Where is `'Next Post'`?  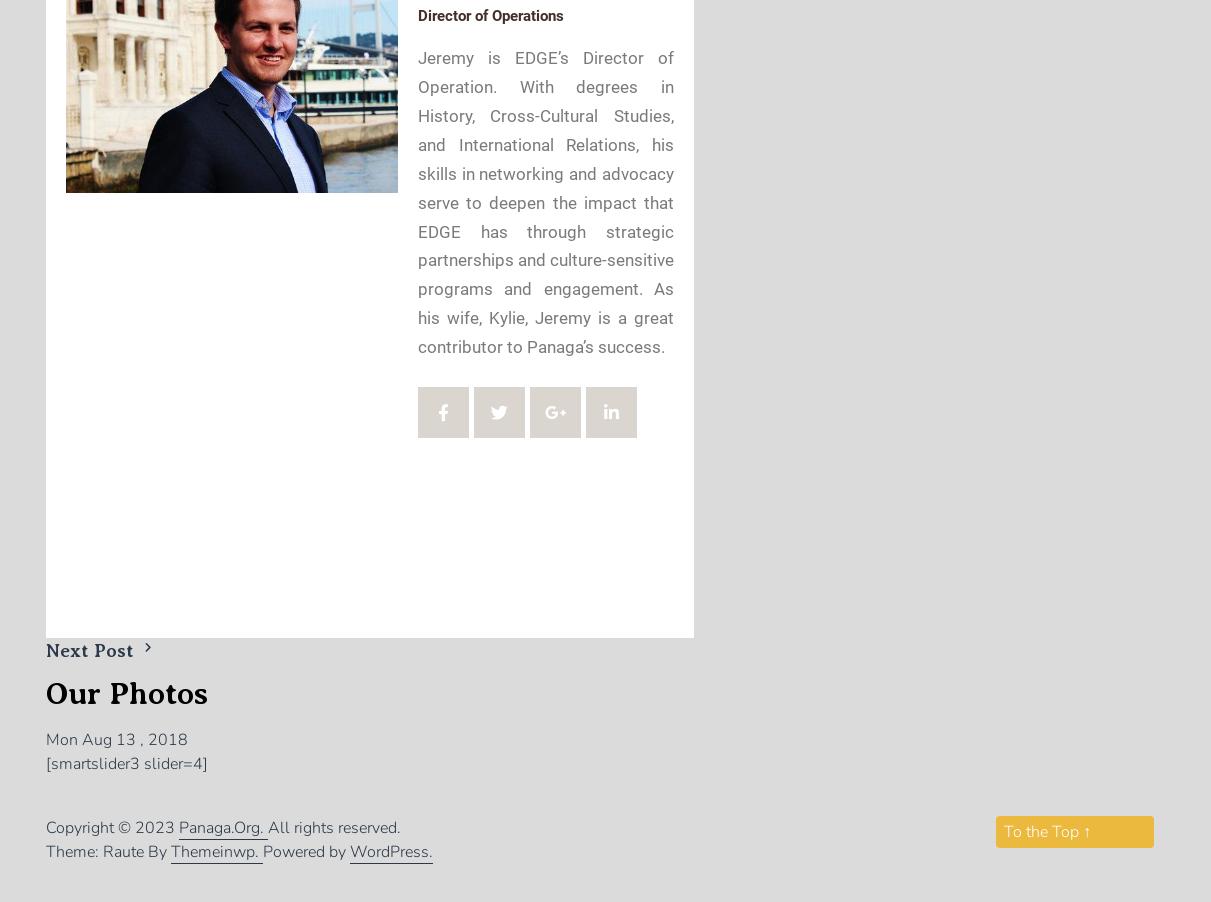
'Next Post' is located at coordinates (92, 649).